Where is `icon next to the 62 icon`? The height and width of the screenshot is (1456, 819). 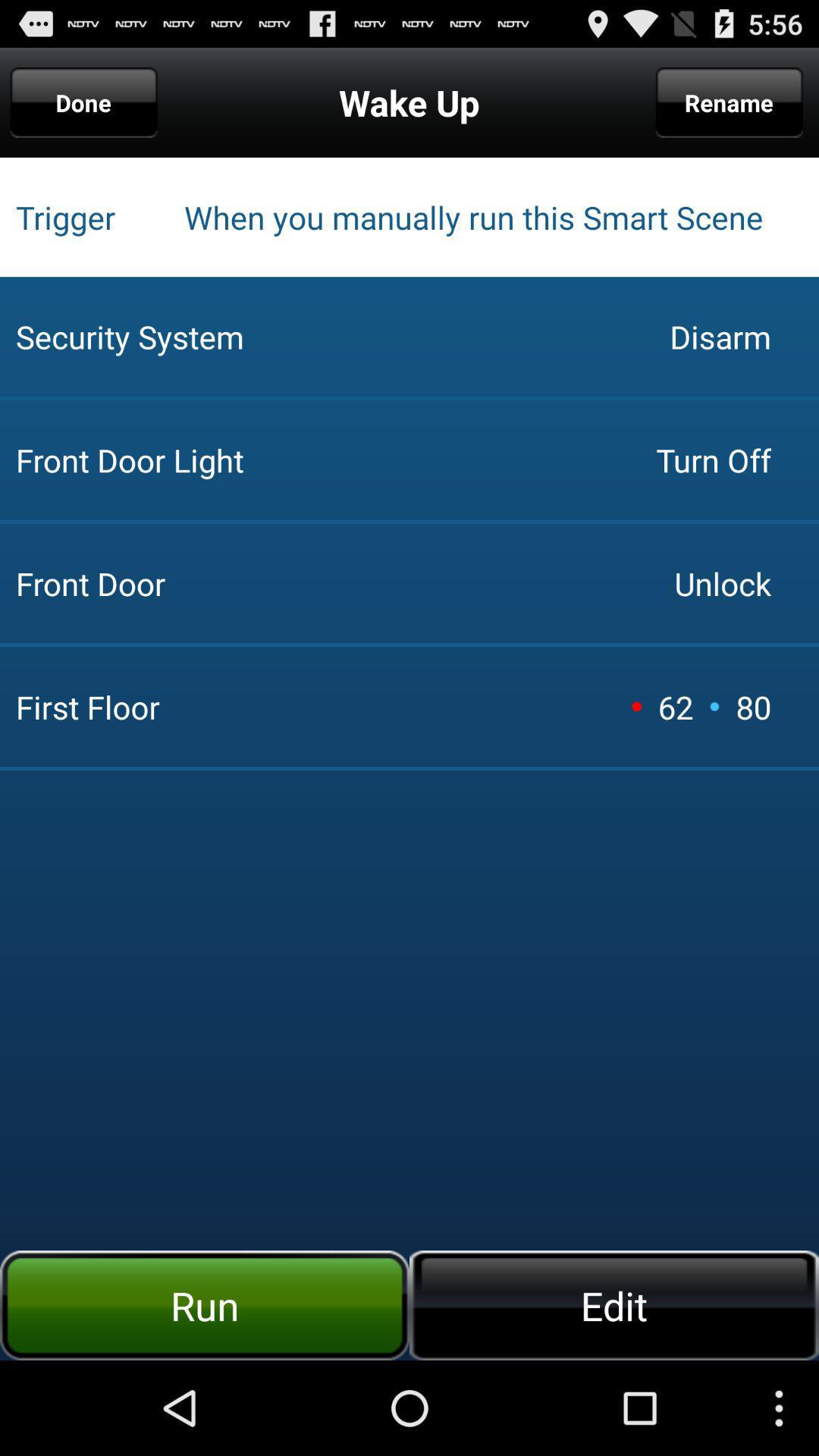 icon next to the 62 icon is located at coordinates (636, 705).